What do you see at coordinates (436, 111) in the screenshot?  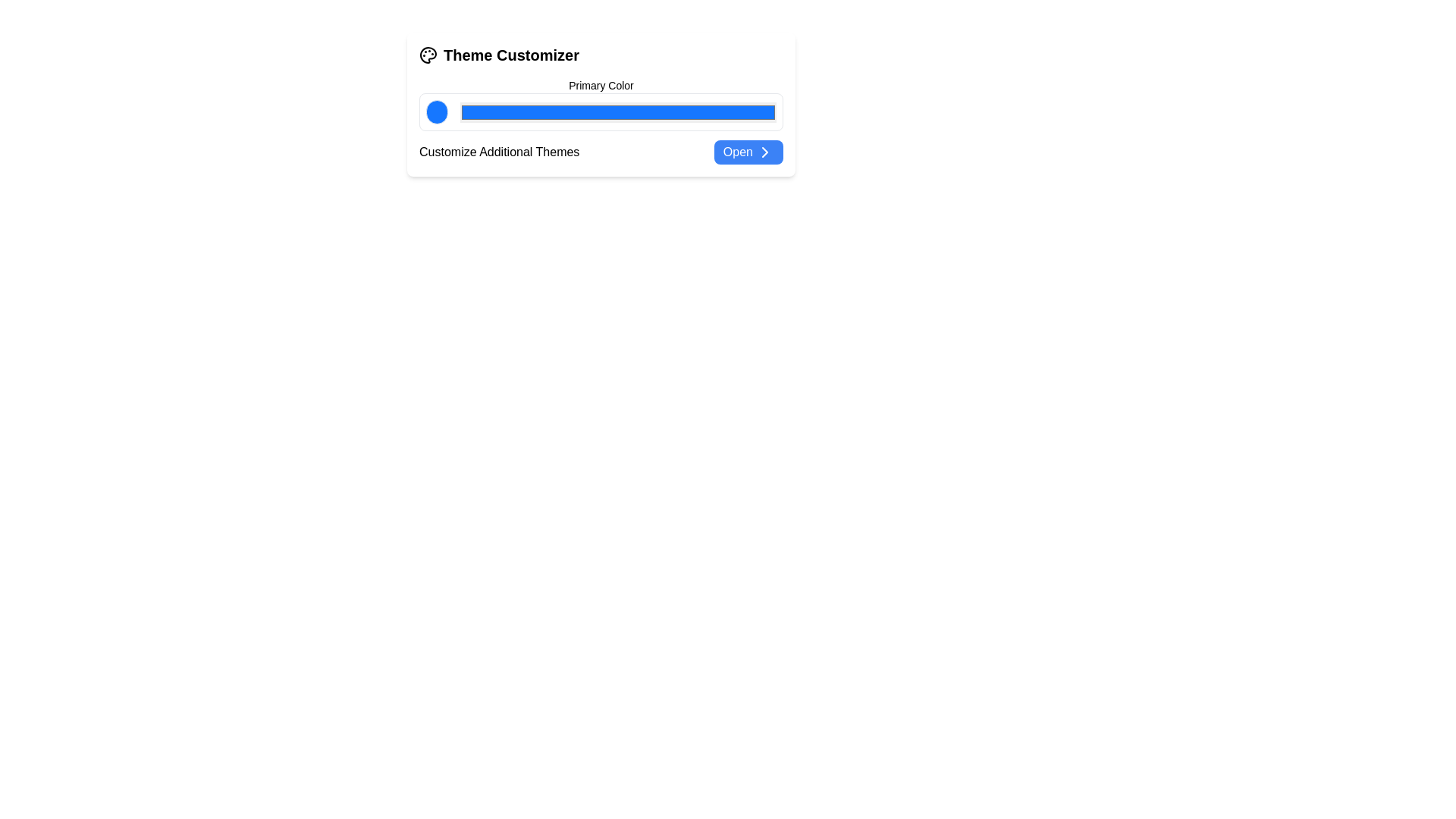 I see `the Circular UI decoration or color selection indicator located to the left of the color picker input field near the 'Theme Customizer' title` at bounding box center [436, 111].